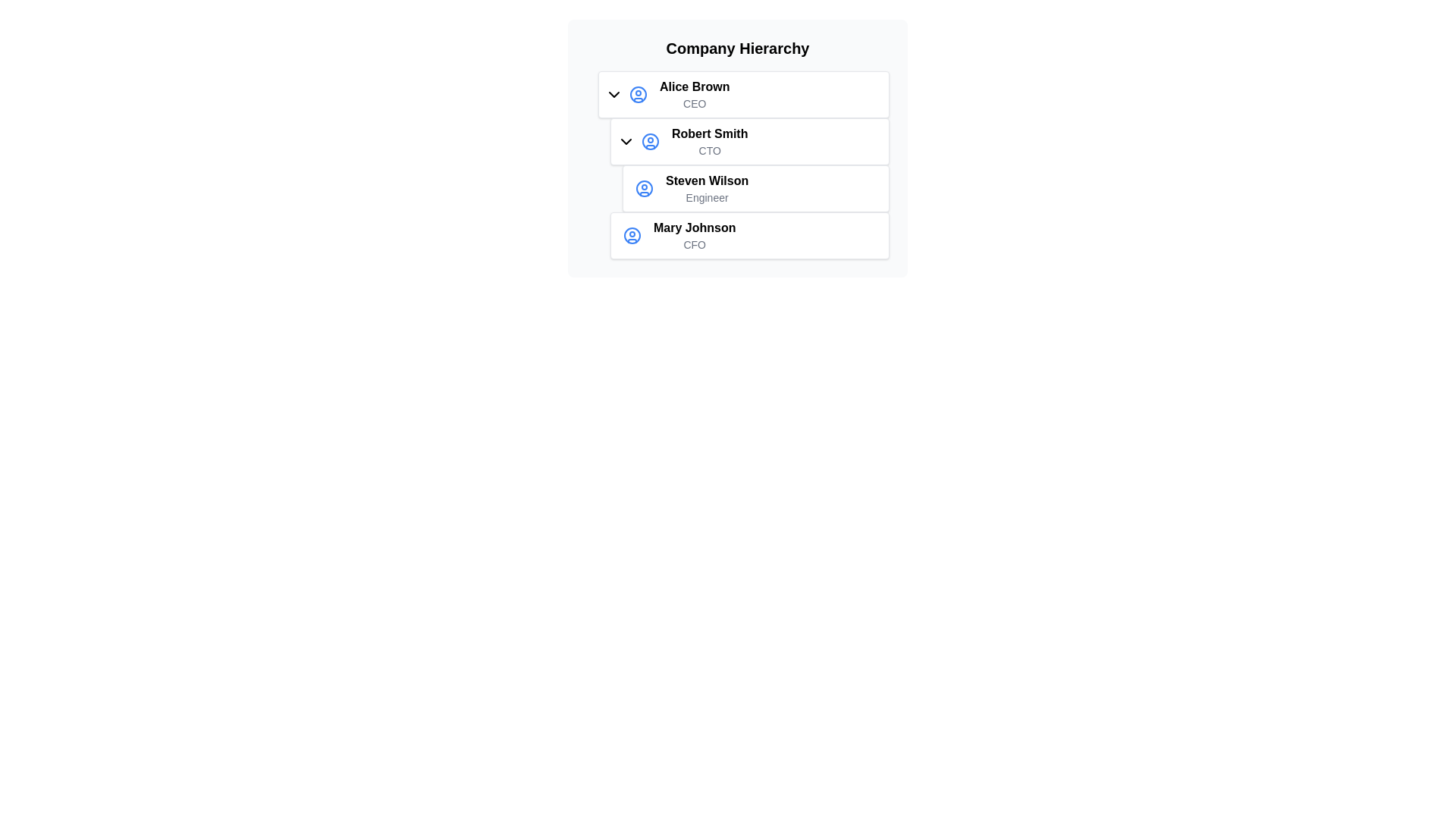  What do you see at coordinates (694, 94) in the screenshot?
I see `to select the text block displaying the name 'Alice Brown' and the title 'CEO' in the 'Company Hierarchy' section` at bounding box center [694, 94].